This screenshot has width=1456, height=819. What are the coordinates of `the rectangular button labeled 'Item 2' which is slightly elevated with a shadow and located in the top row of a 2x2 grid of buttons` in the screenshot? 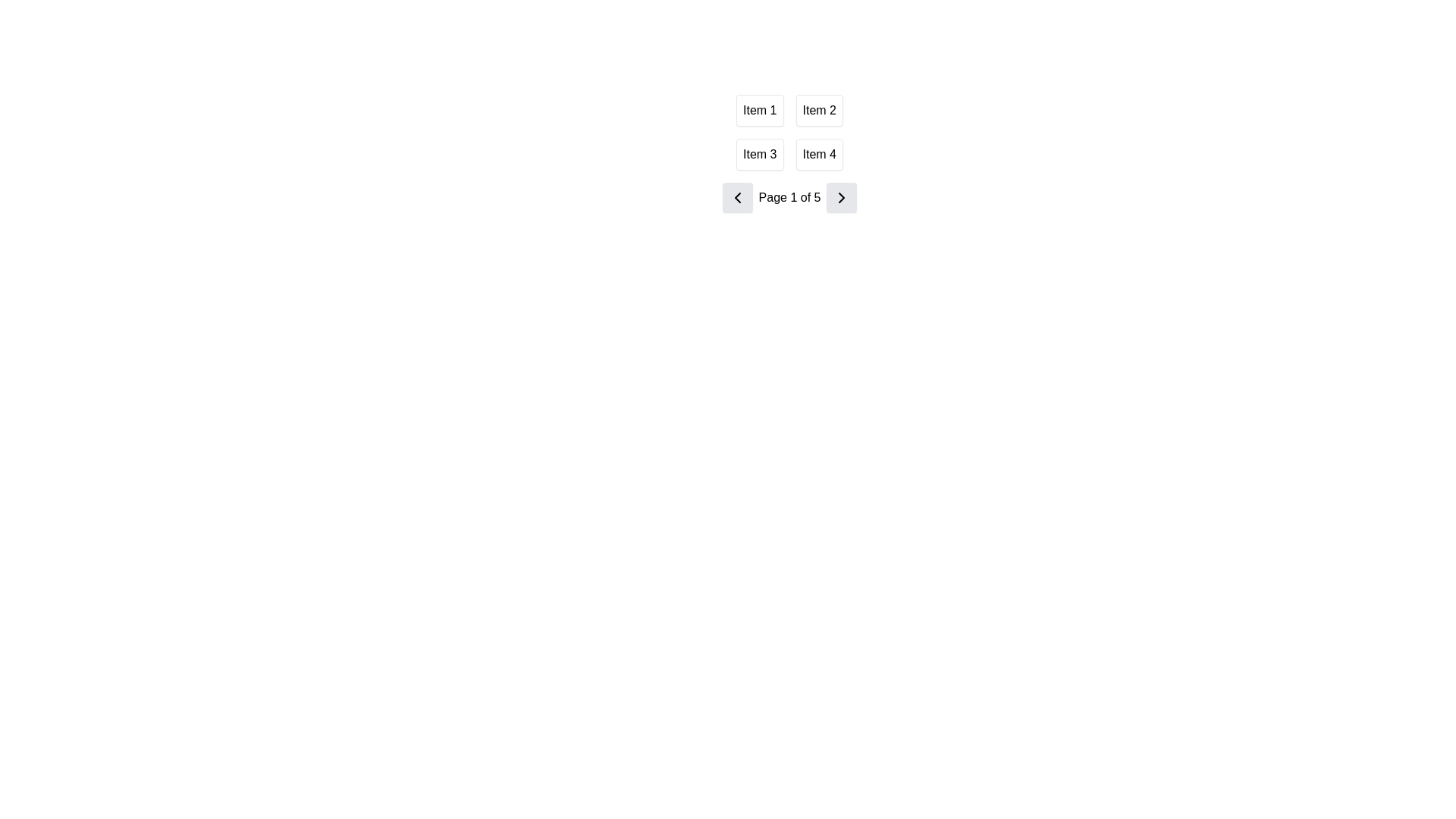 It's located at (818, 110).